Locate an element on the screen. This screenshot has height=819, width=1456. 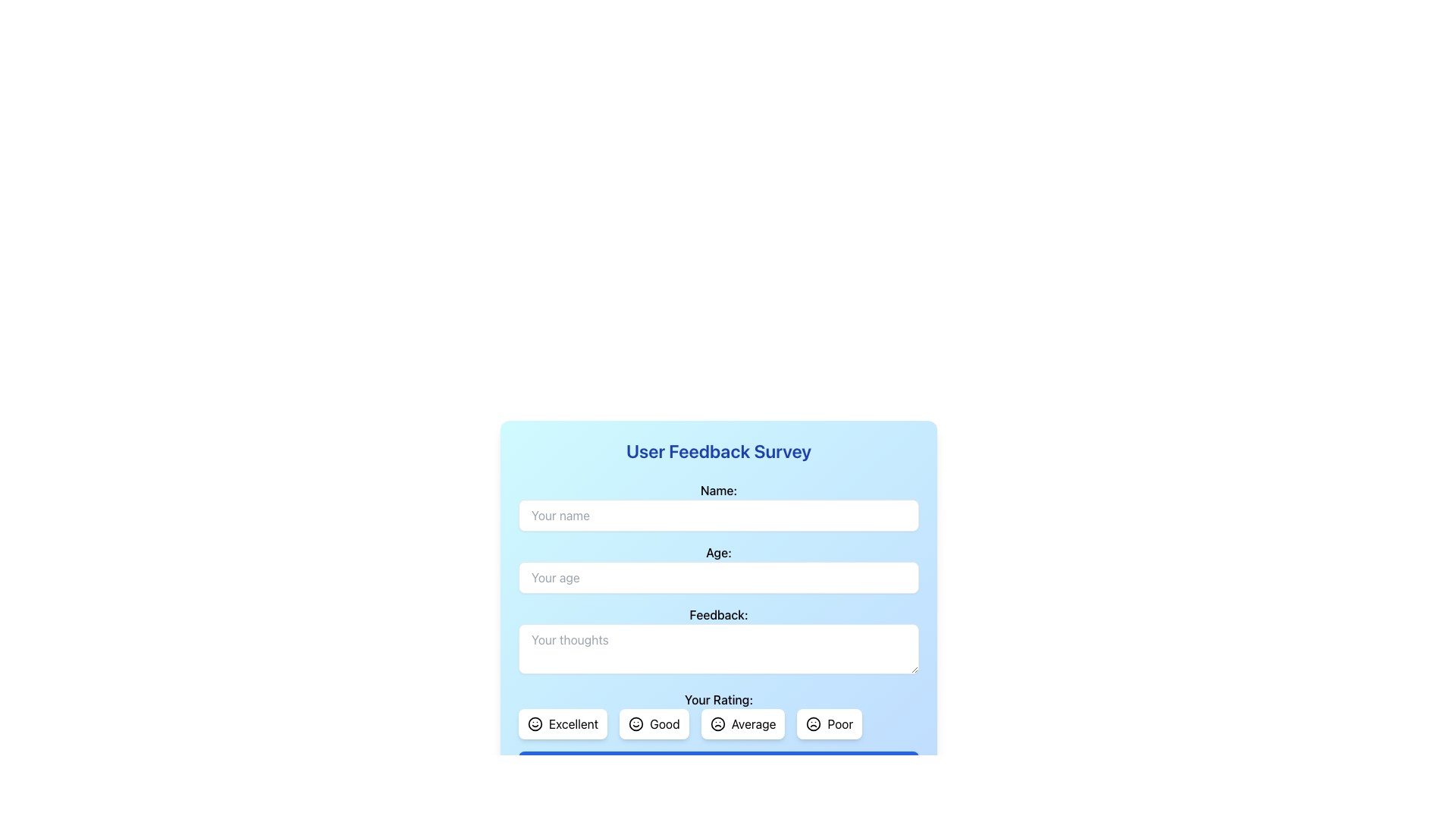
the sad face icon located in the 'Poor' rating section at the bottom-right of the form in the 'Your Rating:' row is located at coordinates (813, 723).